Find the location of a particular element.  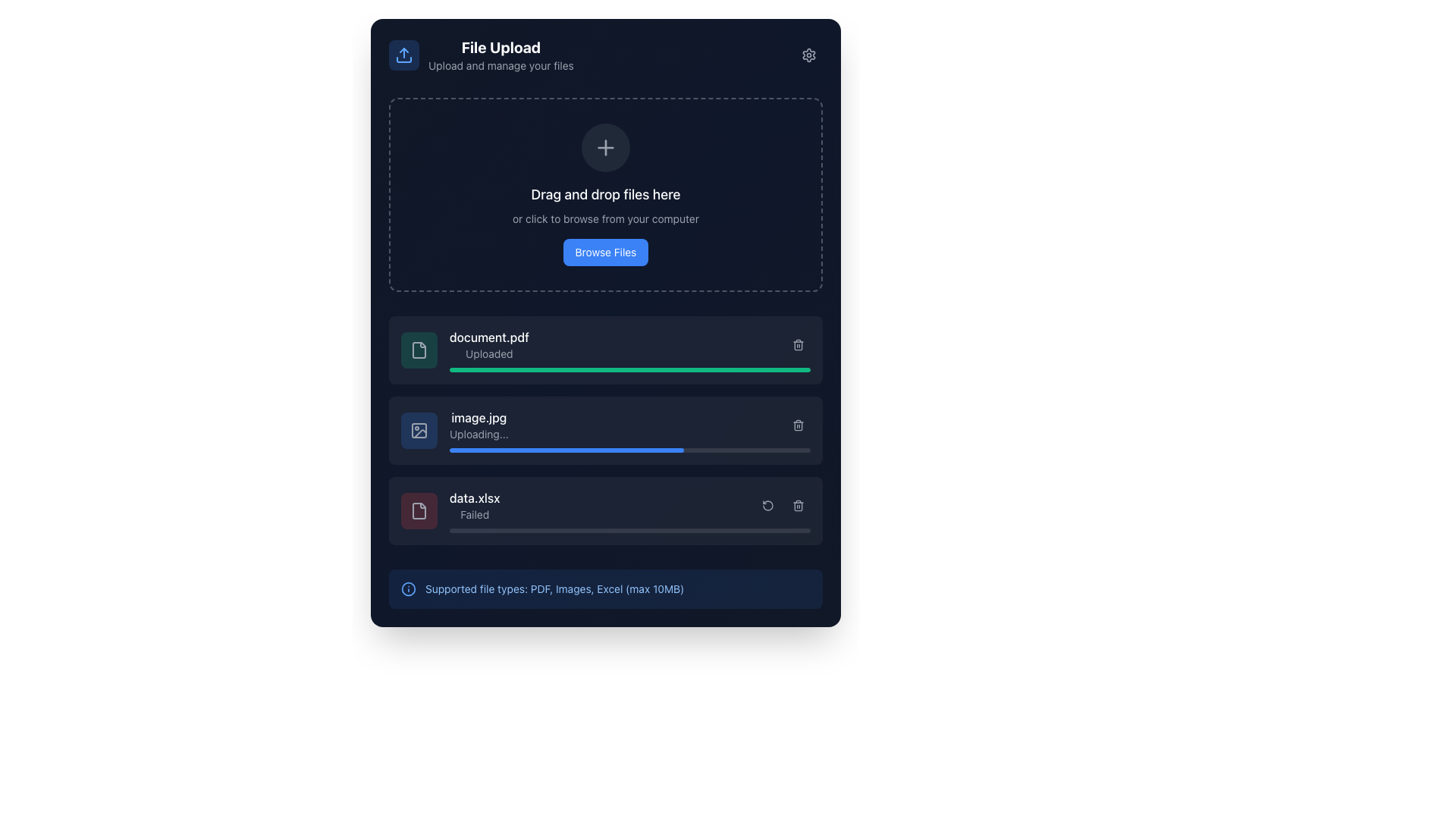

the progress is located at coordinates (543, 529).